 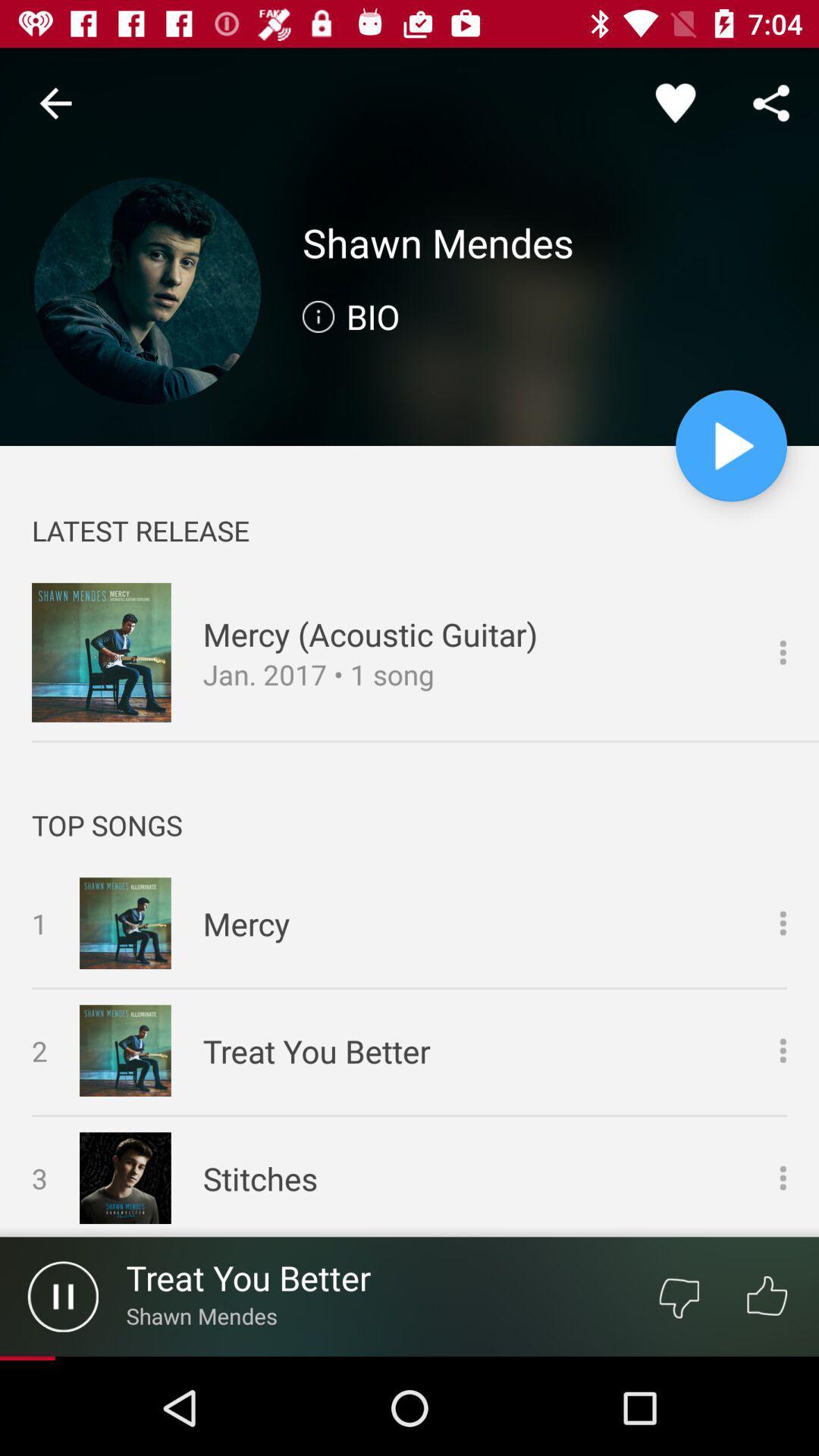 I want to click on the play icon, so click(x=730, y=445).